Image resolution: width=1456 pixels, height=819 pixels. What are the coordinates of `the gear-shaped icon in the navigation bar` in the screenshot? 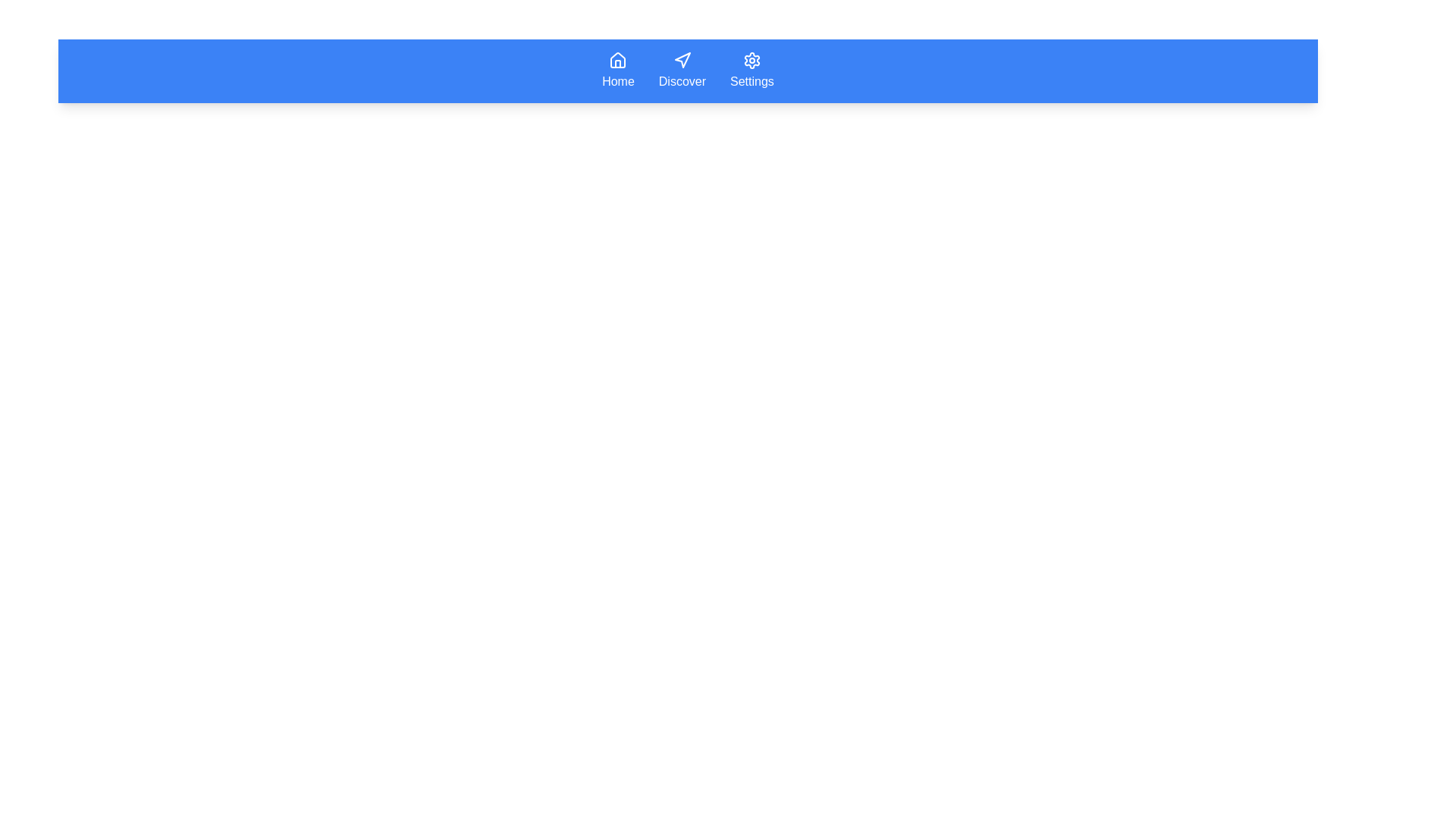 It's located at (752, 60).